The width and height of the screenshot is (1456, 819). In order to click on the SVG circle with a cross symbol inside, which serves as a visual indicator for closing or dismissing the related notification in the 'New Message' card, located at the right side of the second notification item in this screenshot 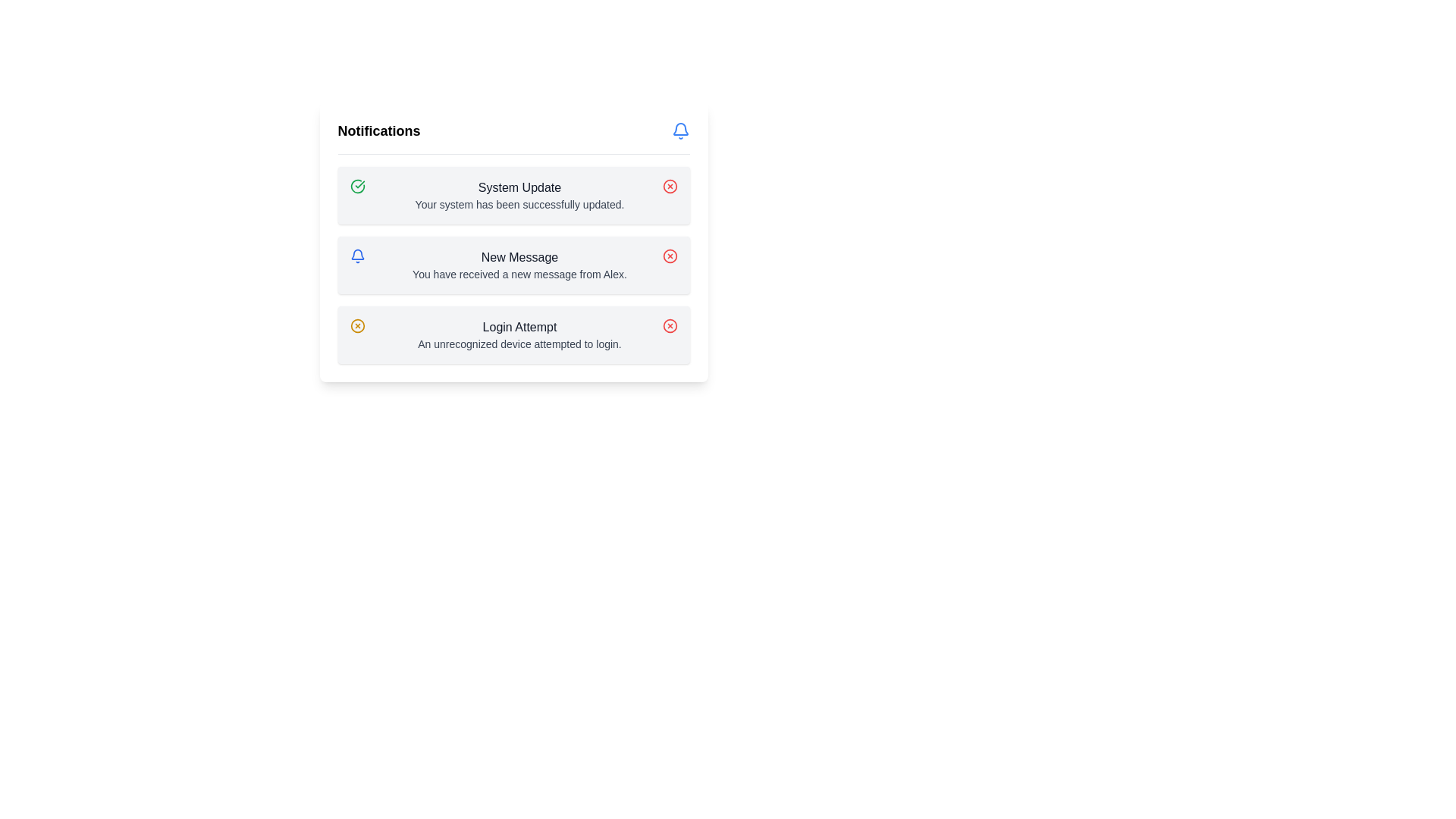, I will do `click(669, 256)`.